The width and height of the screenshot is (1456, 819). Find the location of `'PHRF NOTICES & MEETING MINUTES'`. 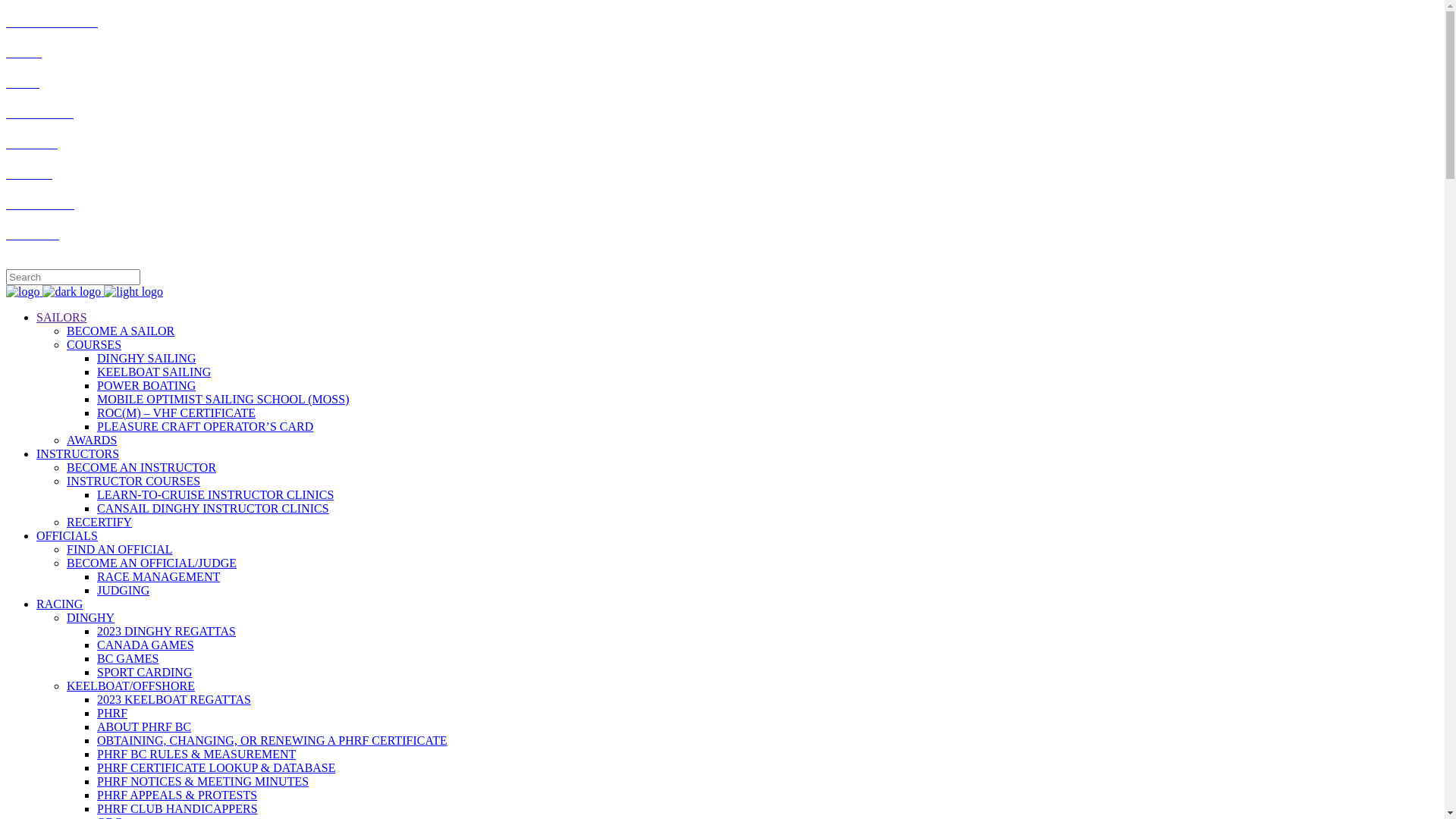

'PHRF NOTICES & MEETING MINUTES' is located at coordinates (202, 781).